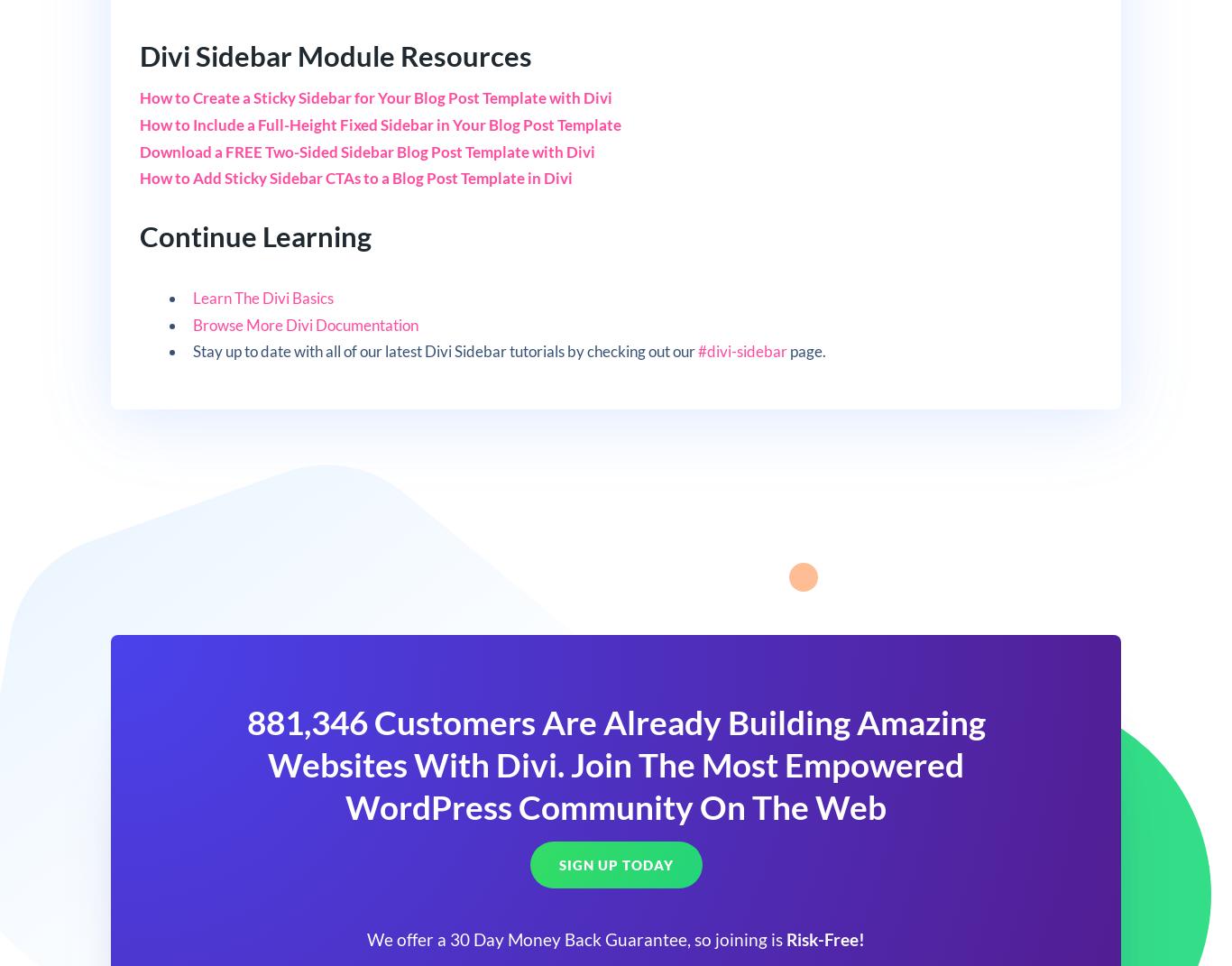  Describe the element at coordinates (192, 323) in the screenshot. I see `'Browse More Divi Documentation'` at that location.